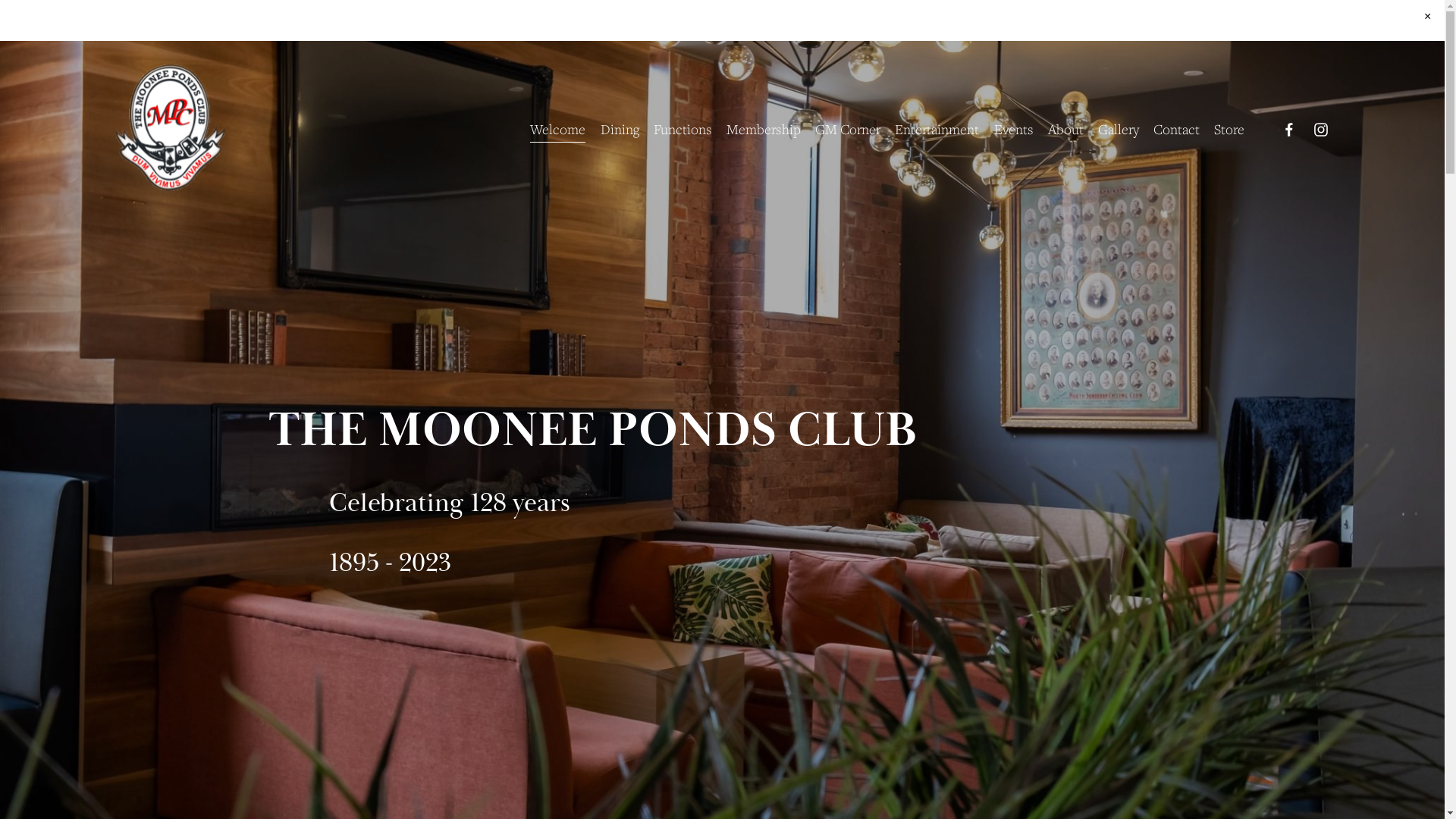 The width and height of the screenshot is (1456, 819). What do you see at coordinates (993, 128) in the screenshot?
I see `'Events'` at bounding box center [993, 128].